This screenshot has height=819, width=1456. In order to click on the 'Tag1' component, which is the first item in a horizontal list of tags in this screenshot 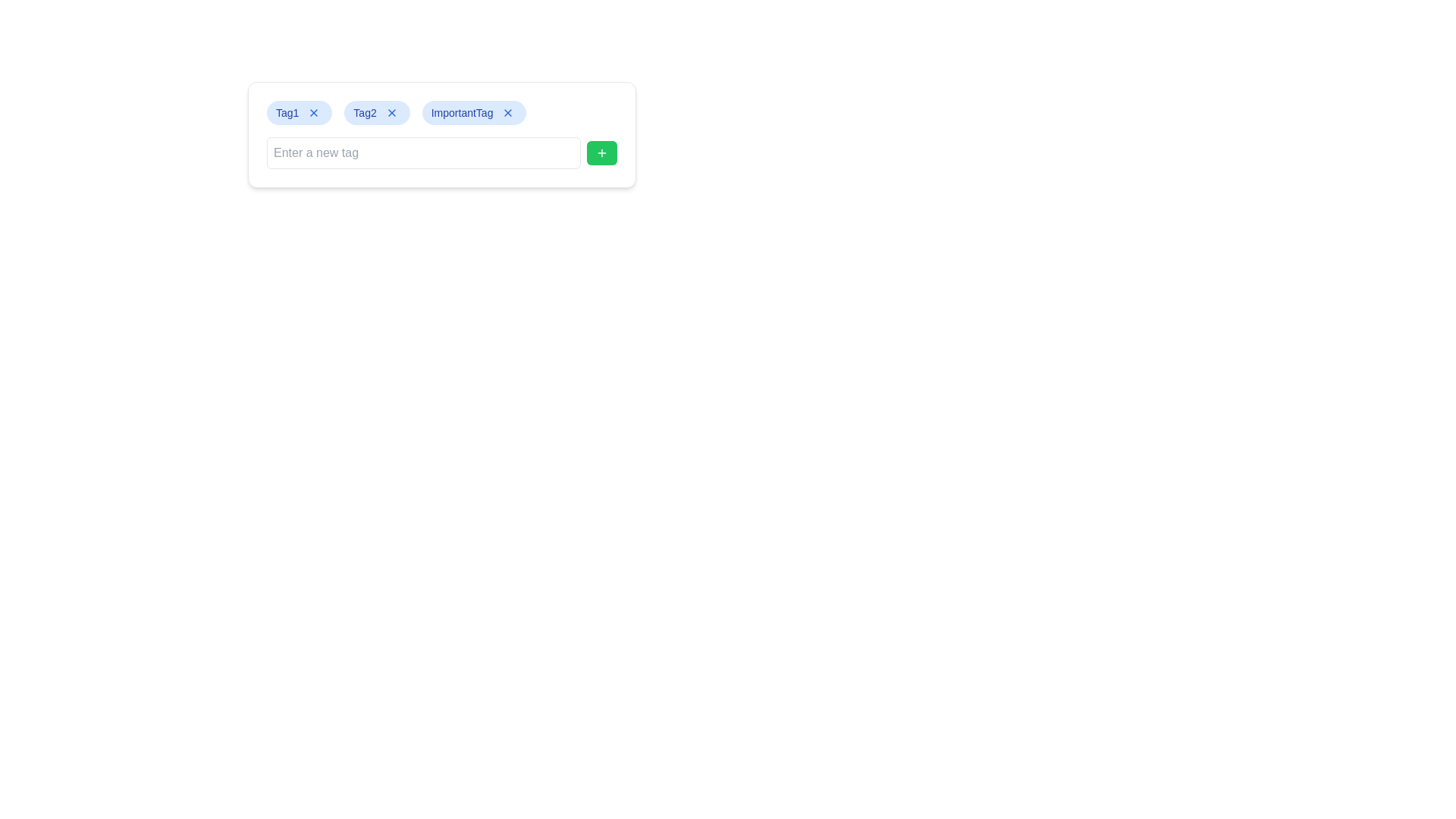, I will do `click(300, 112)`.